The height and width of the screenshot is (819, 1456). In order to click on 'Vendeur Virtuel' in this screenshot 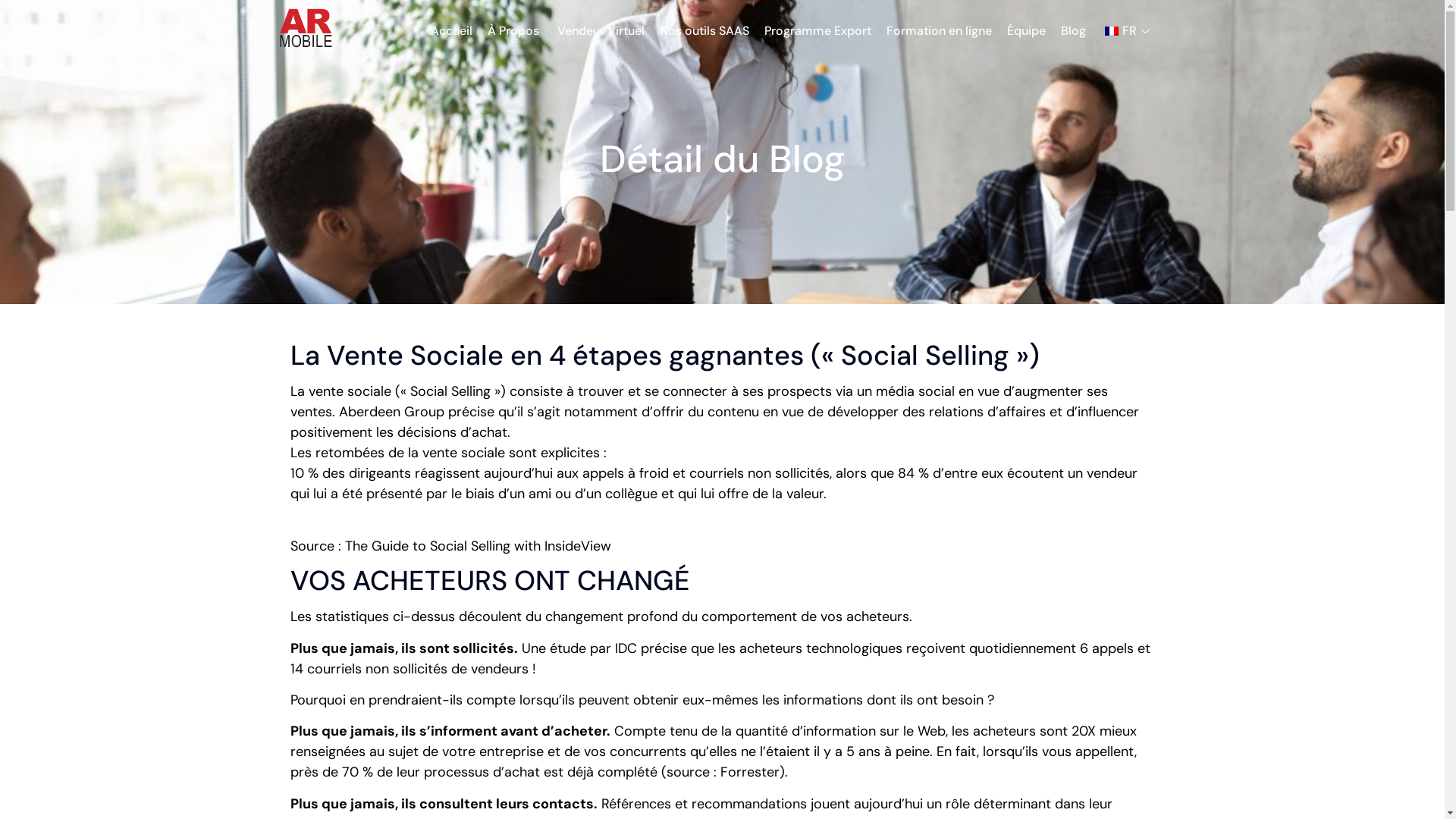, I will do `click(599, 31)`.